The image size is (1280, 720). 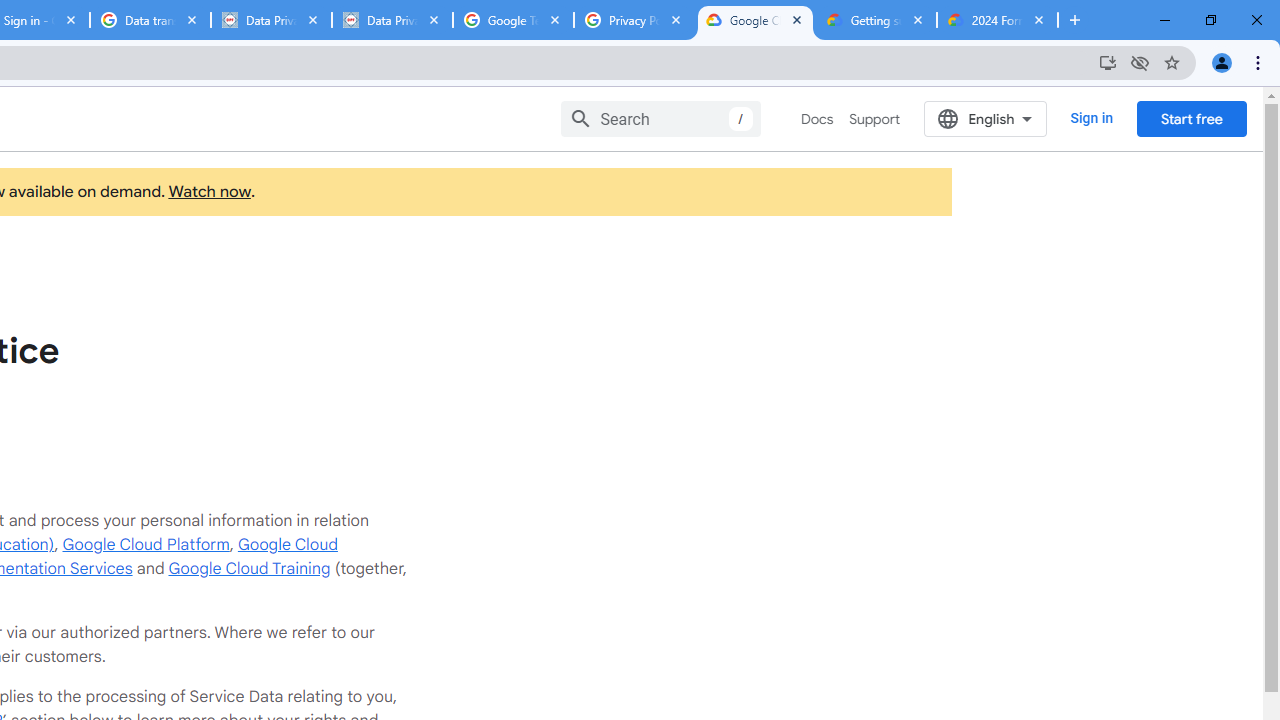 I want to click on 'Start free', so click(x=1191, y=118).